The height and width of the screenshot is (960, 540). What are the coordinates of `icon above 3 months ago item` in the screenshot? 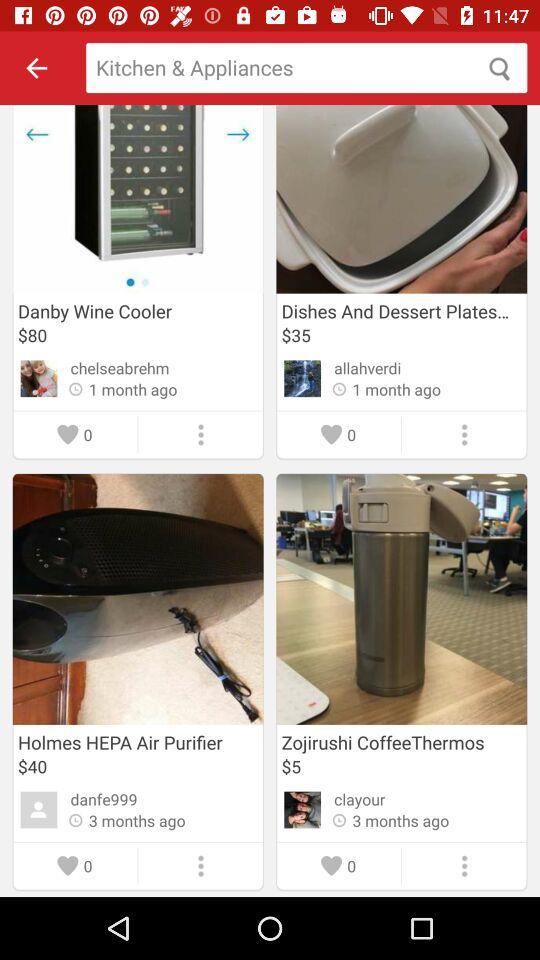 It's located at (104, 799).